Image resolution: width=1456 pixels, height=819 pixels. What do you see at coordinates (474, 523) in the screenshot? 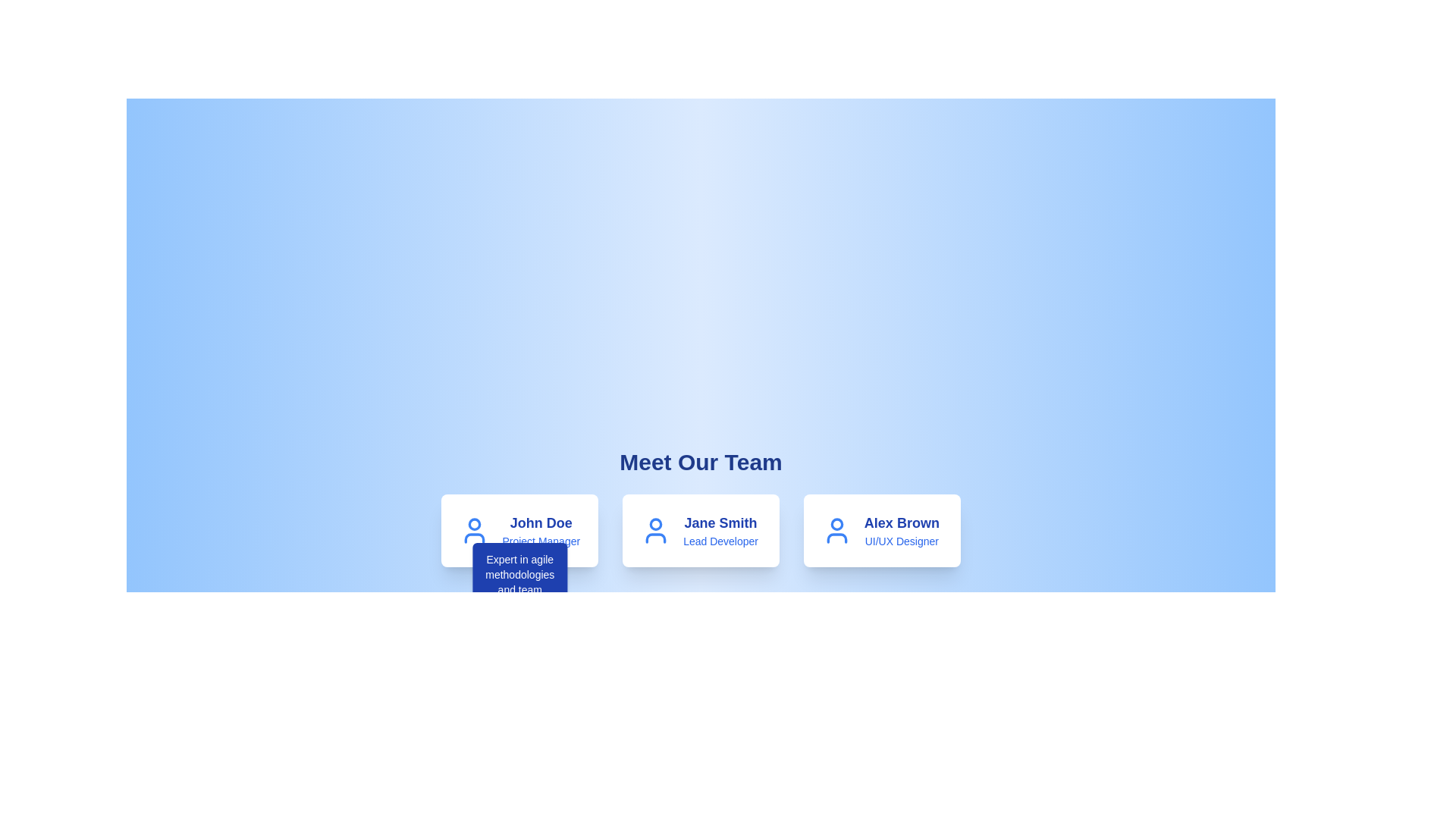
I see `the SVG graphic element representing the profile avatar of 'John Doe' to potentially display additional information or animations` at bounding box center [474, 523].